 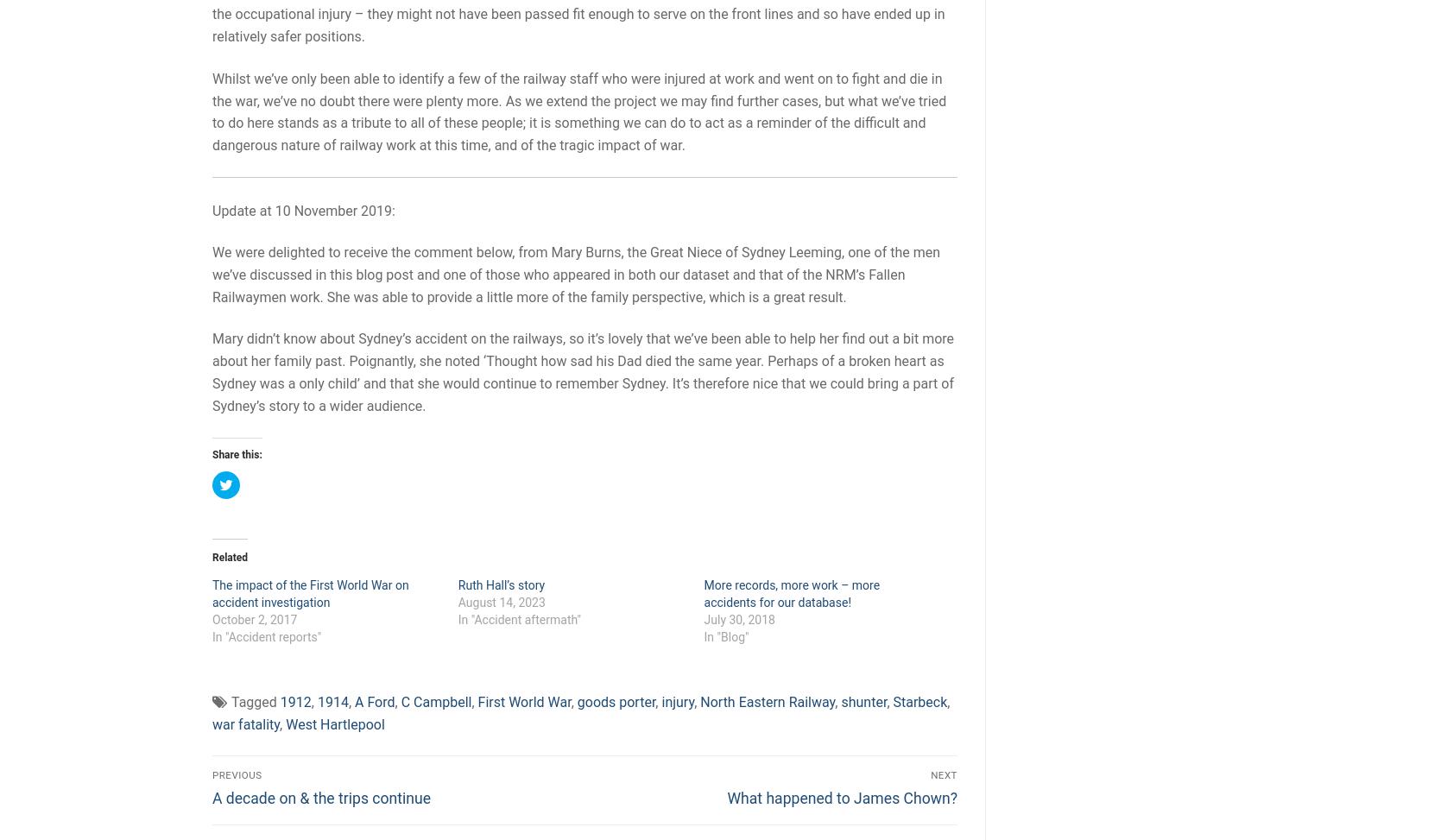 I want to click on 'shunter', so click(x=863, y=701).